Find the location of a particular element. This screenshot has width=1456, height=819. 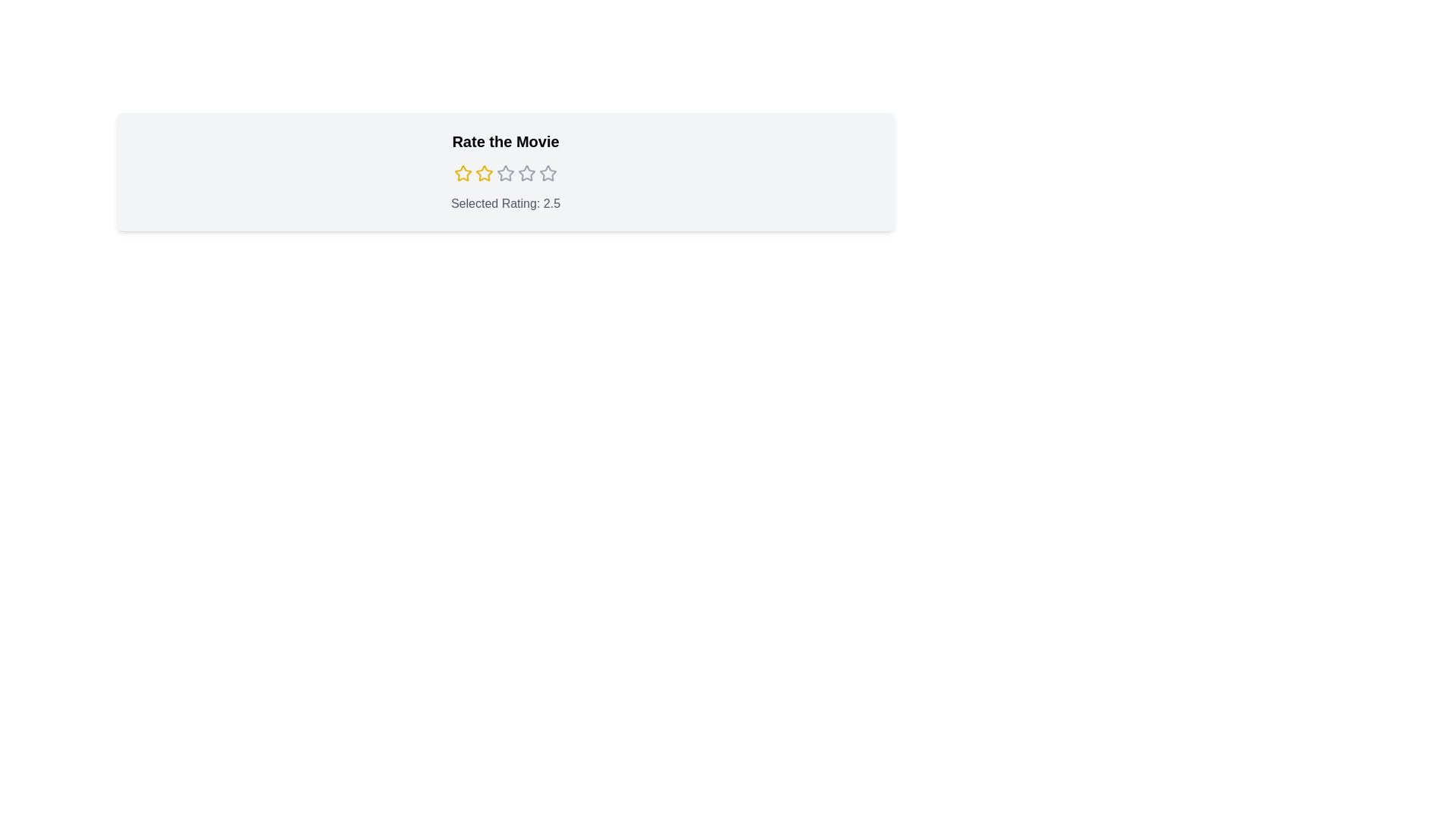

the first yellow star icon with a hollow center is located at coordinates (462, 172).